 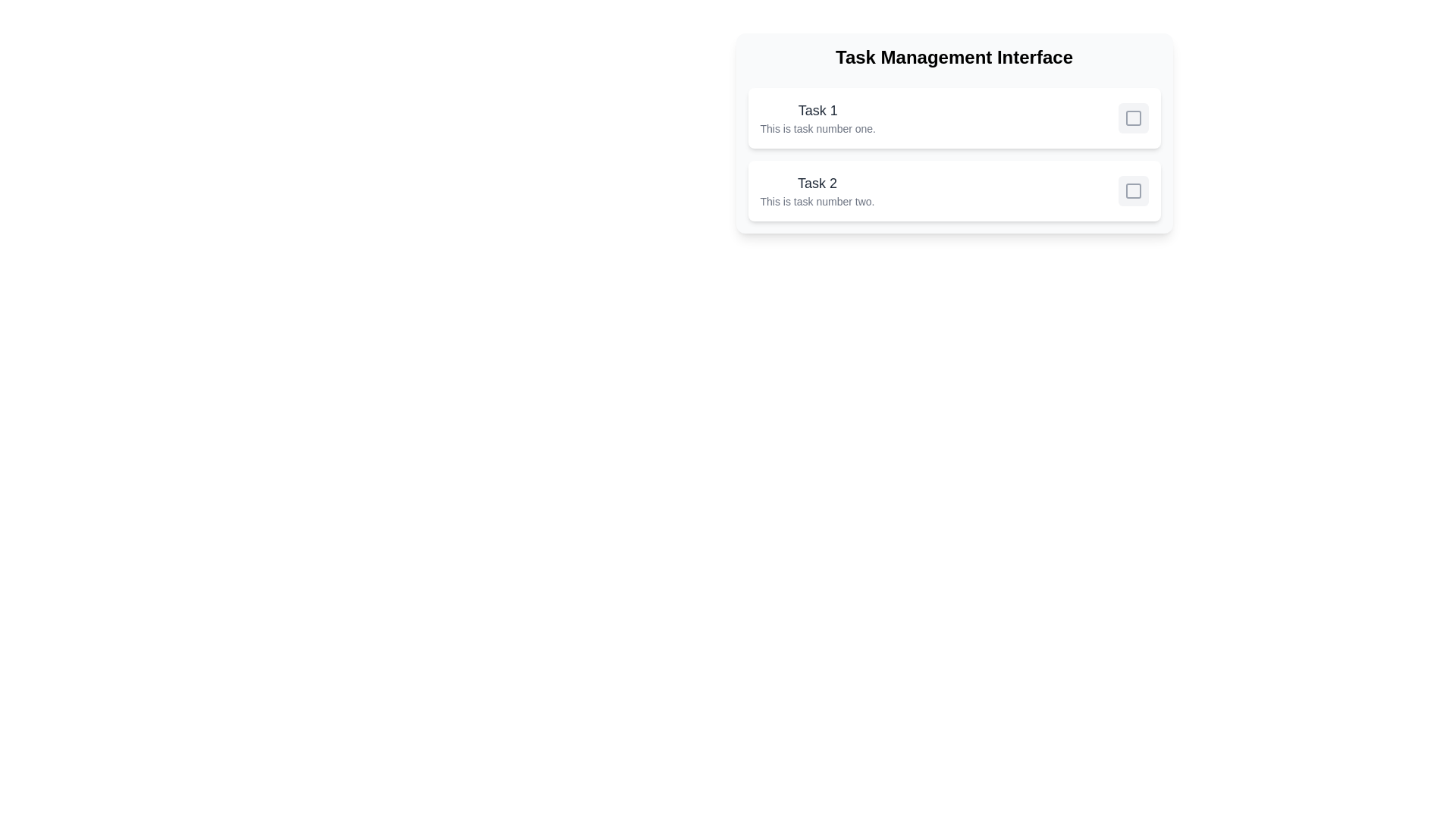 I want to click on the clickable icon representing Task 2, located at the end of the task row, aligned horizontally to the right edge of the second task entry, so click(x=1133, y=190).